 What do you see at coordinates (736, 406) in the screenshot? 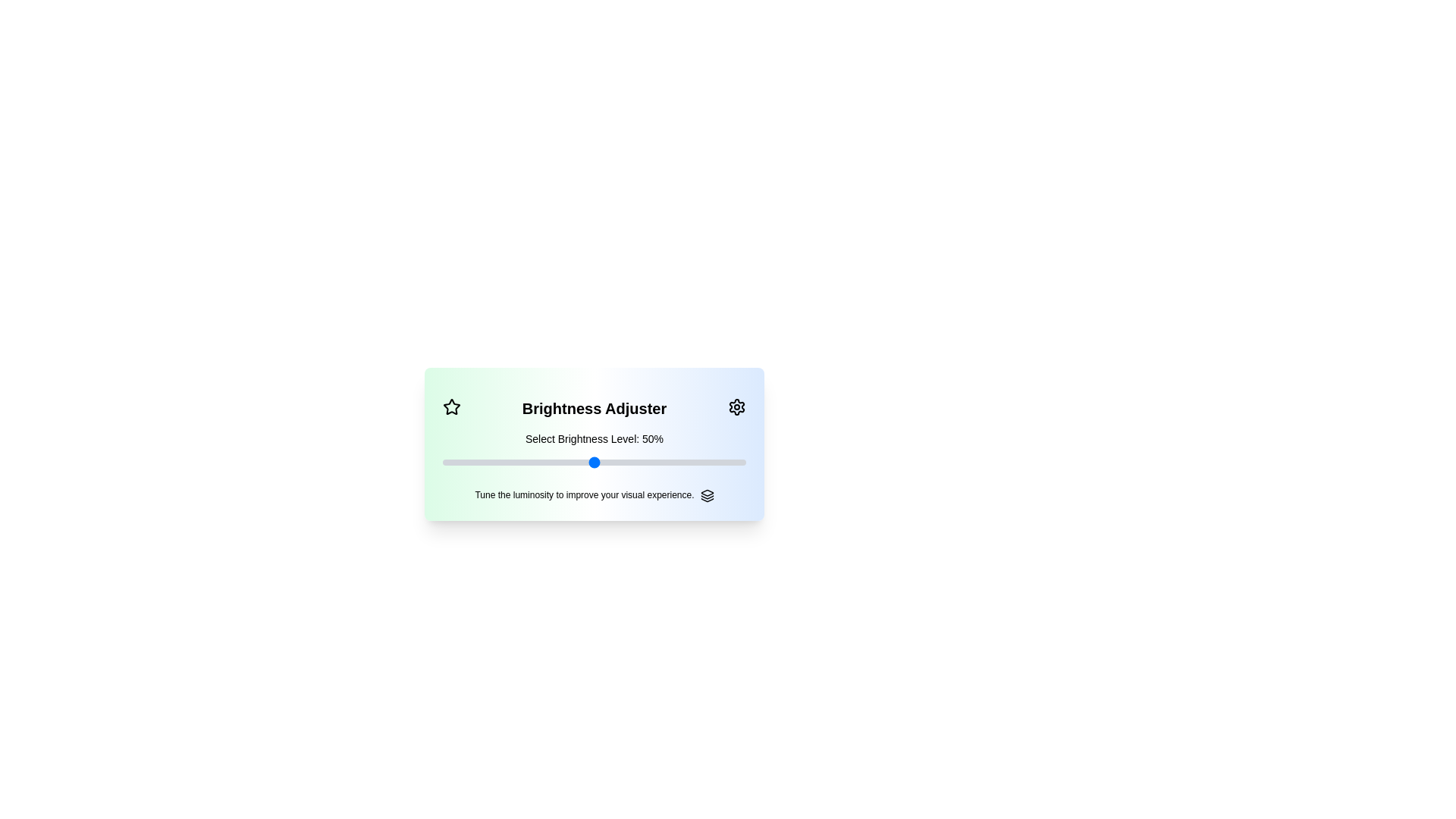
I see `the settings icon to display its tooltip` at bounding box center [736, 406].